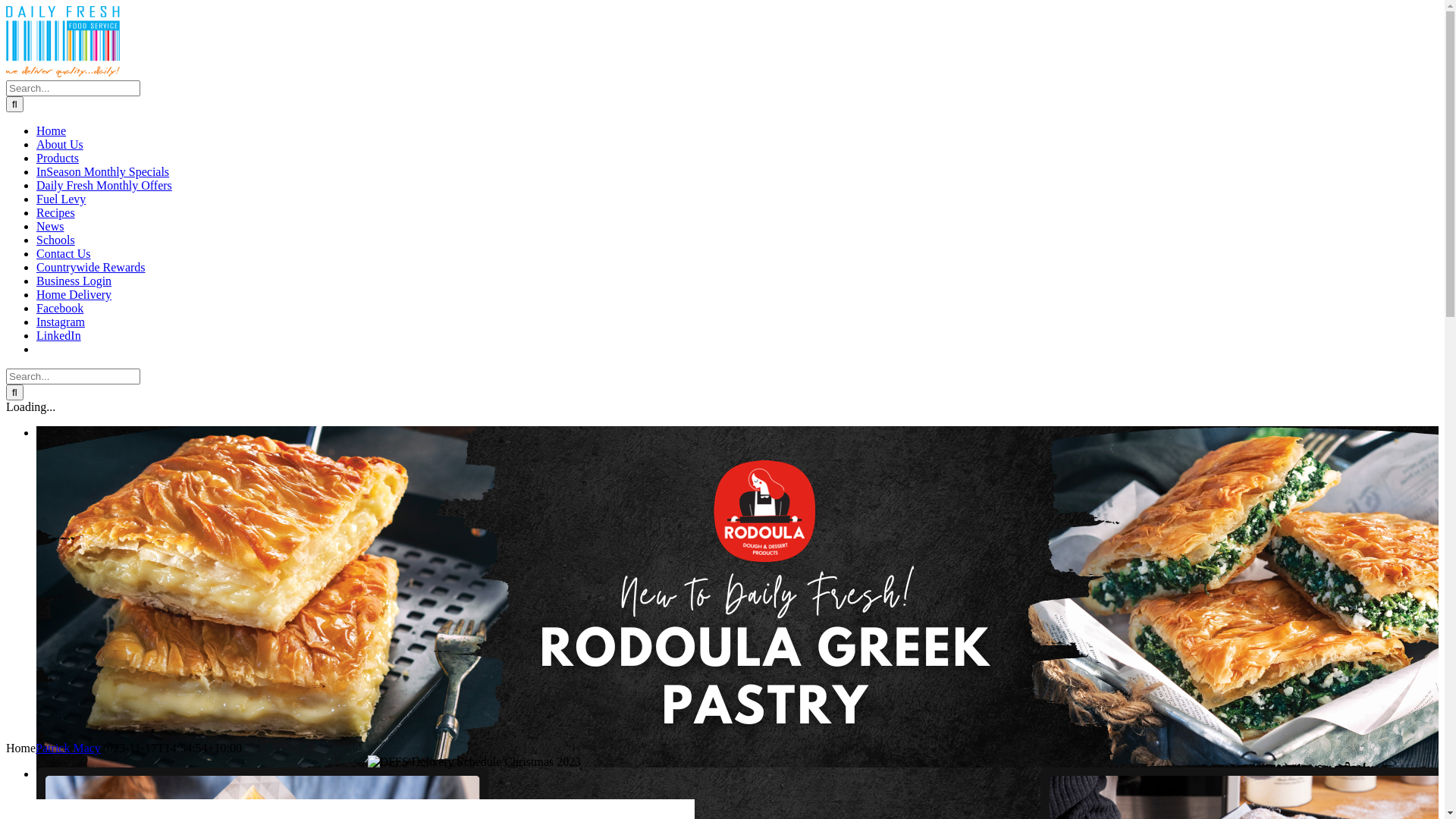  What do you see at coordinates (62, 253) in the screenshot?
I see `'Contact Us'` at bounding box center [62, 253].